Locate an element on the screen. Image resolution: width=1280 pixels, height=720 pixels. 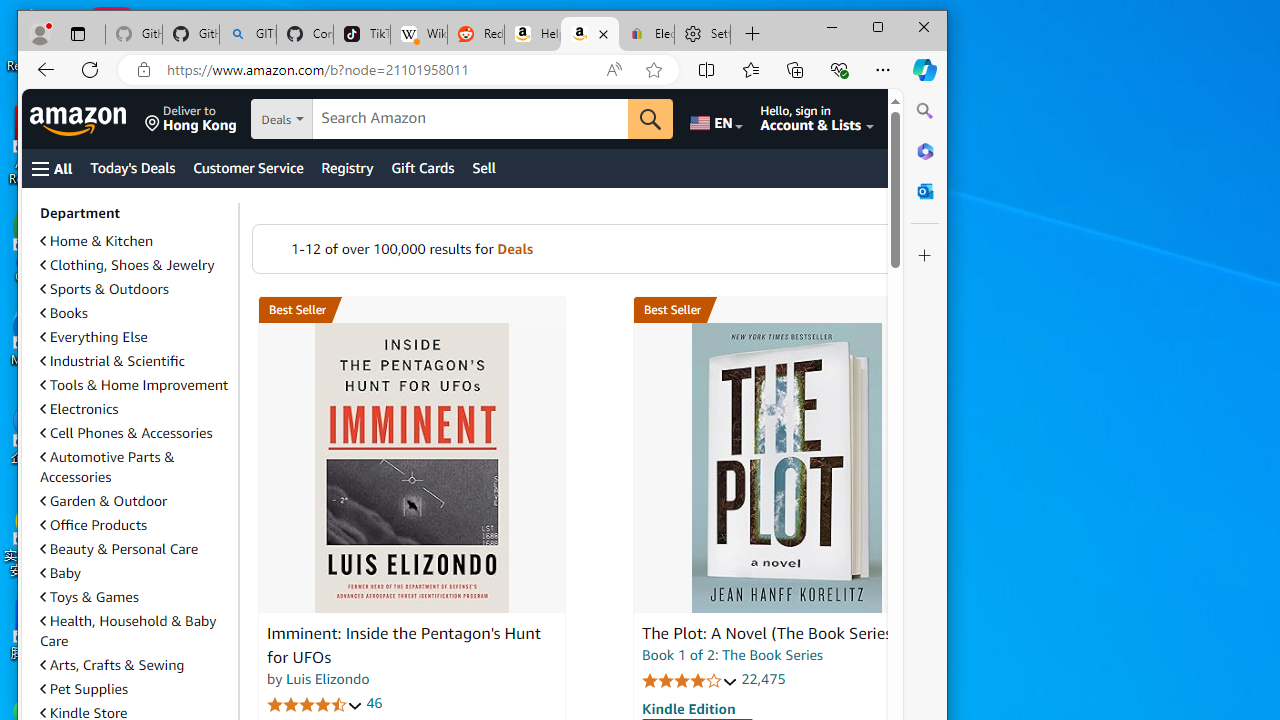
'Garden & Outdoor' is located at coordinates (134, 500).